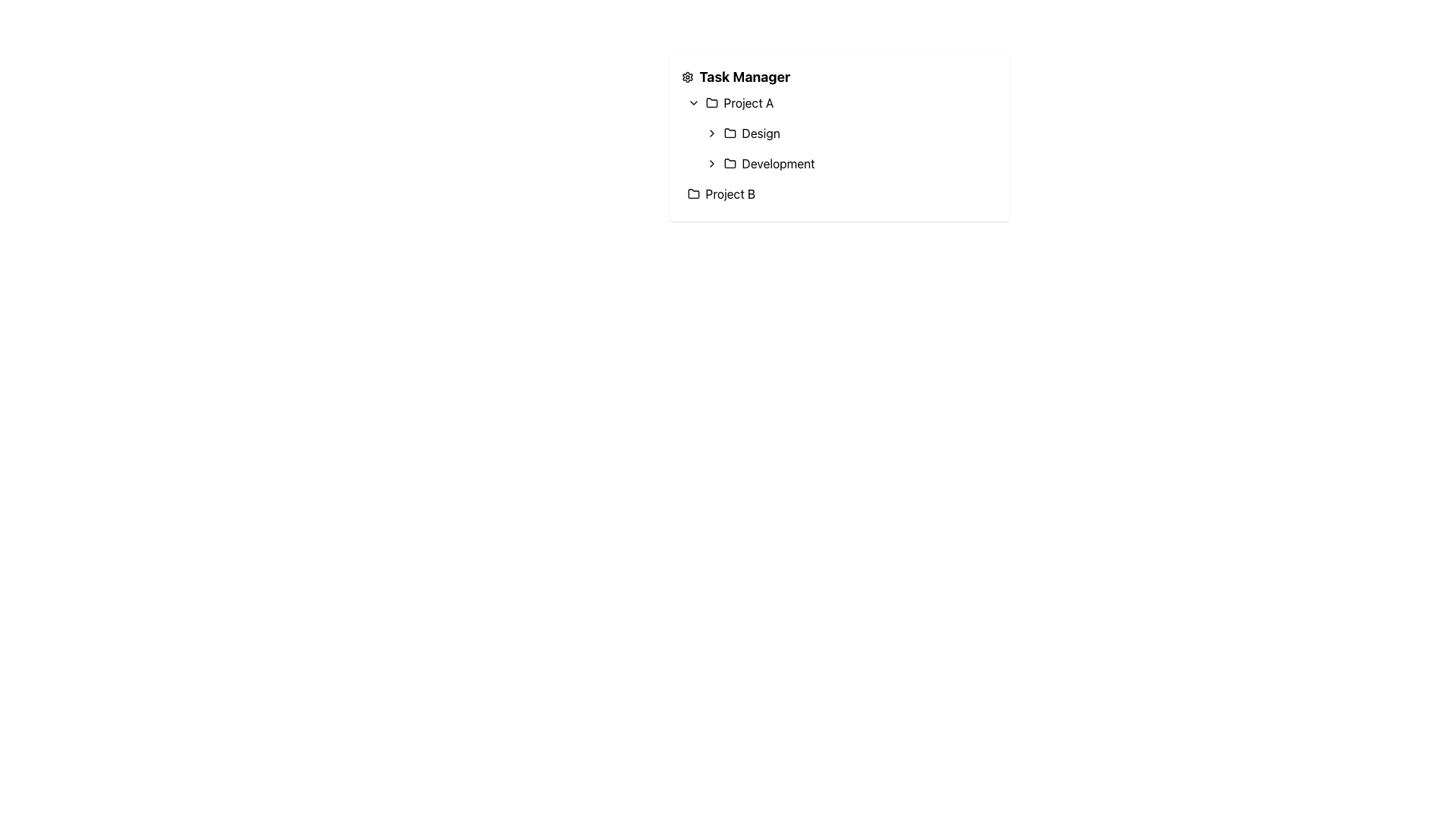  What do you see at coordinates (692, 193) in the screenshot?
I see `the folder icon located to the left of the text 'Project B', which serves as a visual indicator for the item` at bounding box center [692, 193].